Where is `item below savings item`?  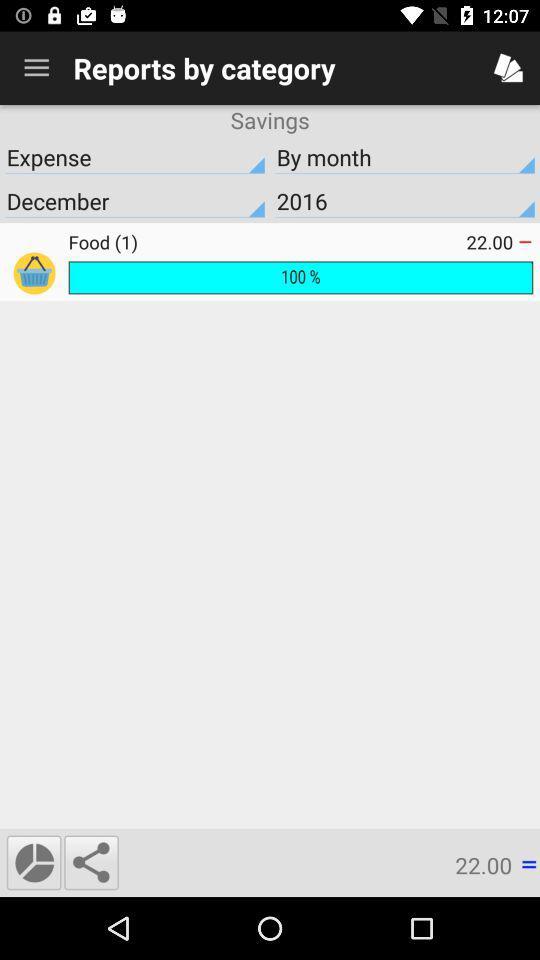 item below savings item is located at coordinates (135, 156).